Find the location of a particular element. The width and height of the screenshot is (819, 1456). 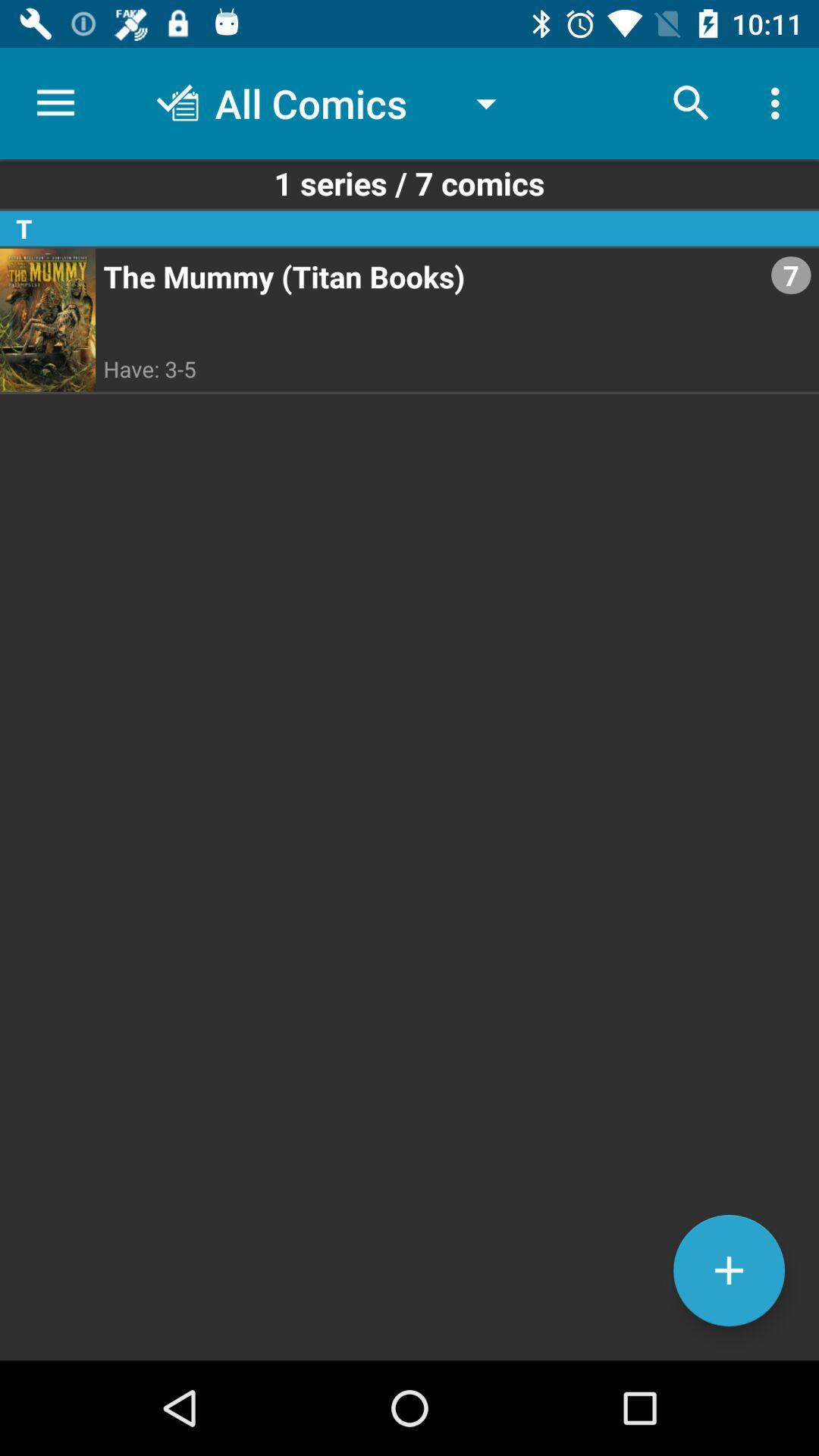

a new item is located at coordinates (728, 1270).